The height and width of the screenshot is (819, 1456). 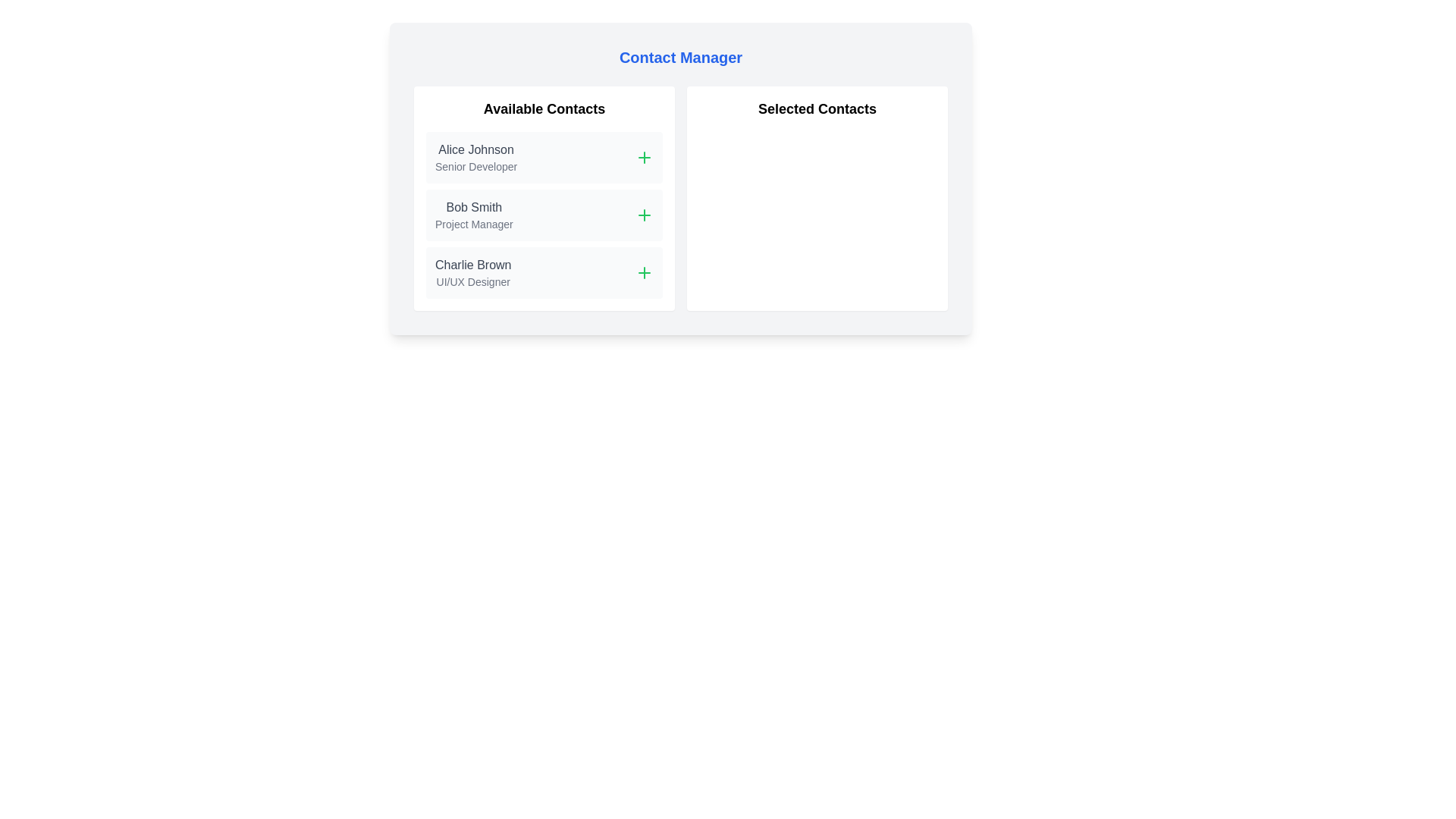 What do you see at coordinates (544, 108) in the screenshot?
I see `the 'Available Contacts' text label, which is styled as a bold header indicating the section for contact names and roles` at bounding box center [544, 108].